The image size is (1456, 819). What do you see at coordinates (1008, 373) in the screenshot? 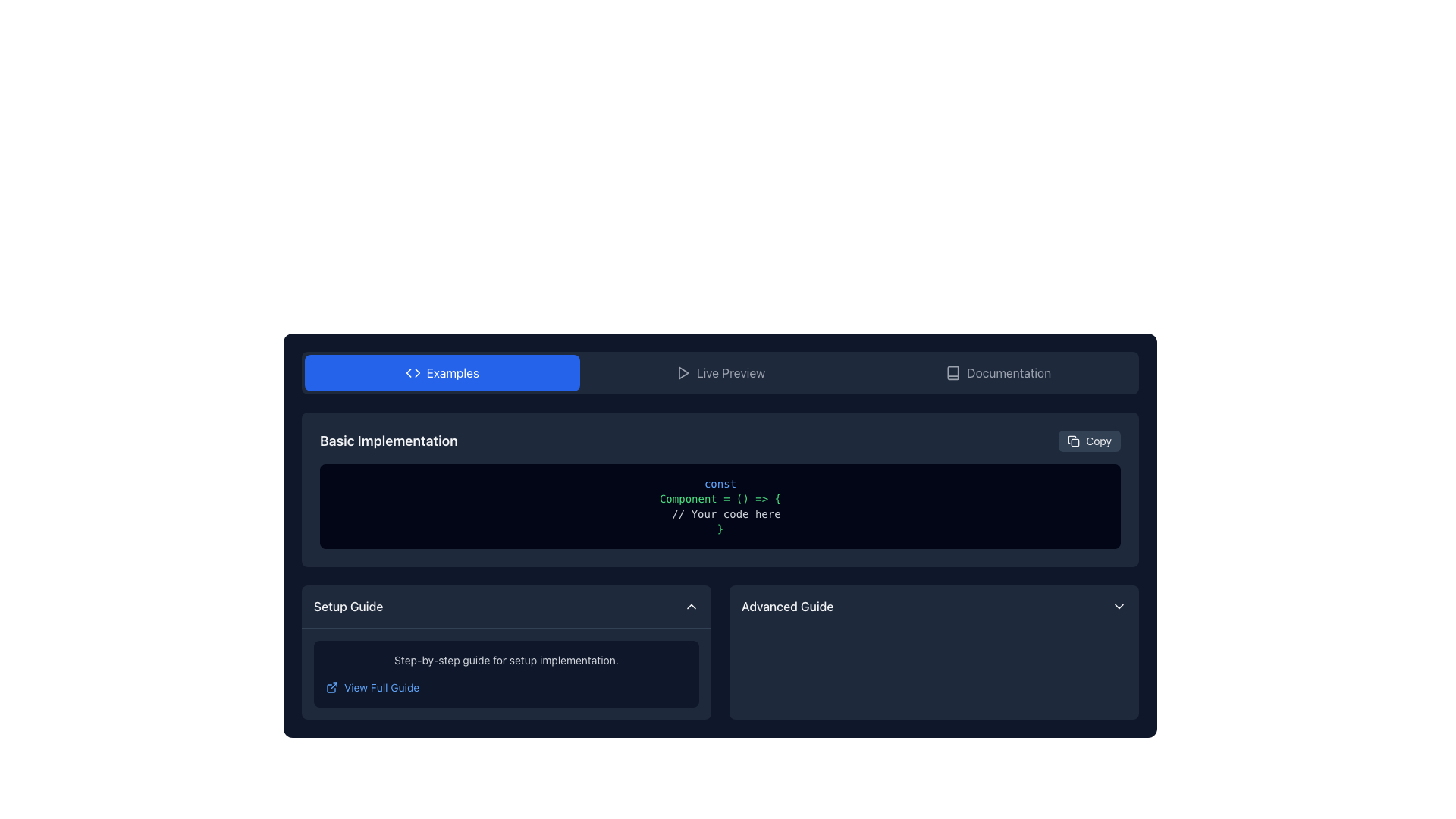
I see `the 'Documentation' text label within the navigation bar` at bounding box center [1008, 373].